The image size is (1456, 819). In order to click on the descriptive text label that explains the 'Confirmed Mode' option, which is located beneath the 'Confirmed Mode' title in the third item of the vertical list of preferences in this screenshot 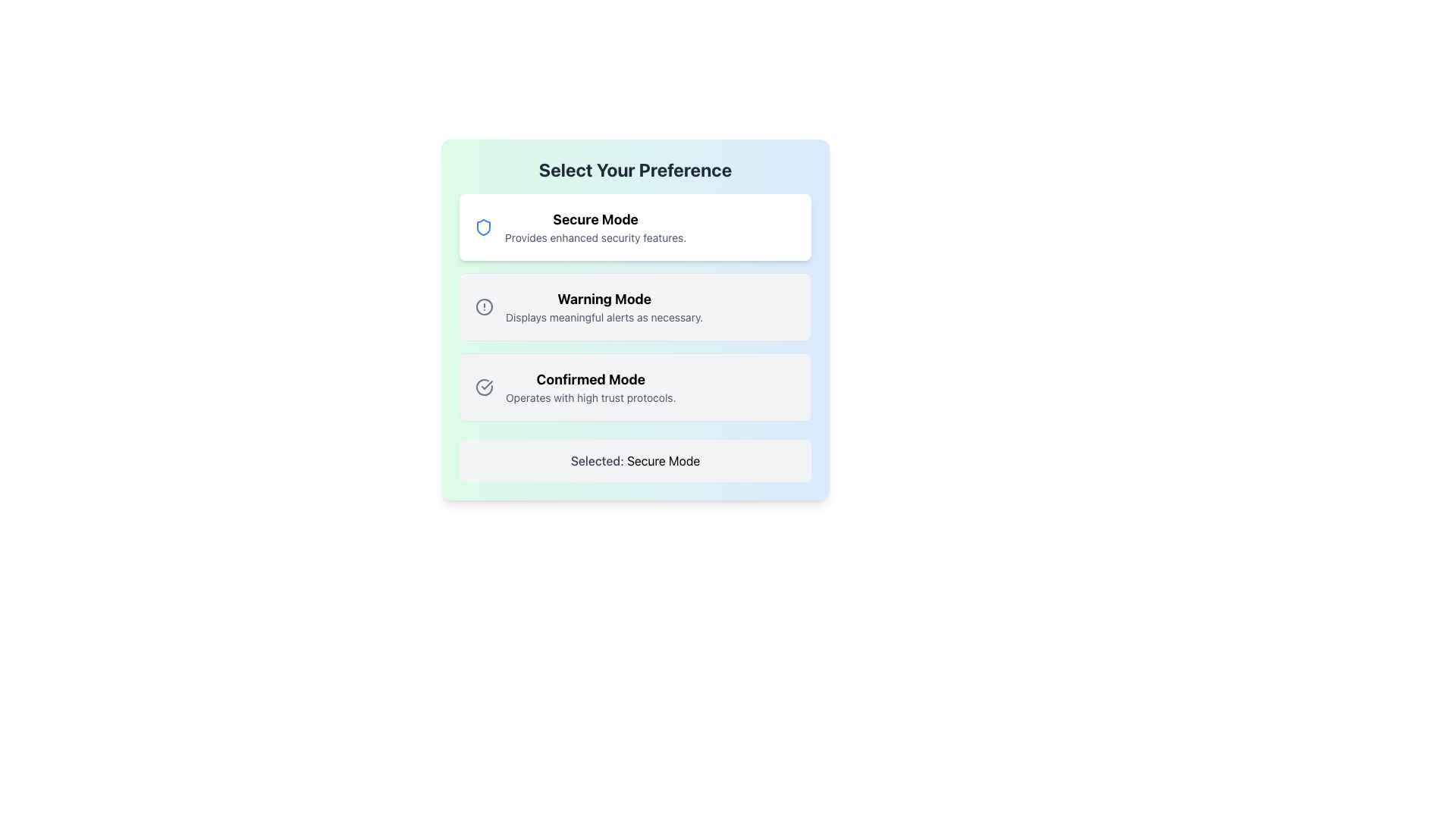, I will do `click(590, 397)`.